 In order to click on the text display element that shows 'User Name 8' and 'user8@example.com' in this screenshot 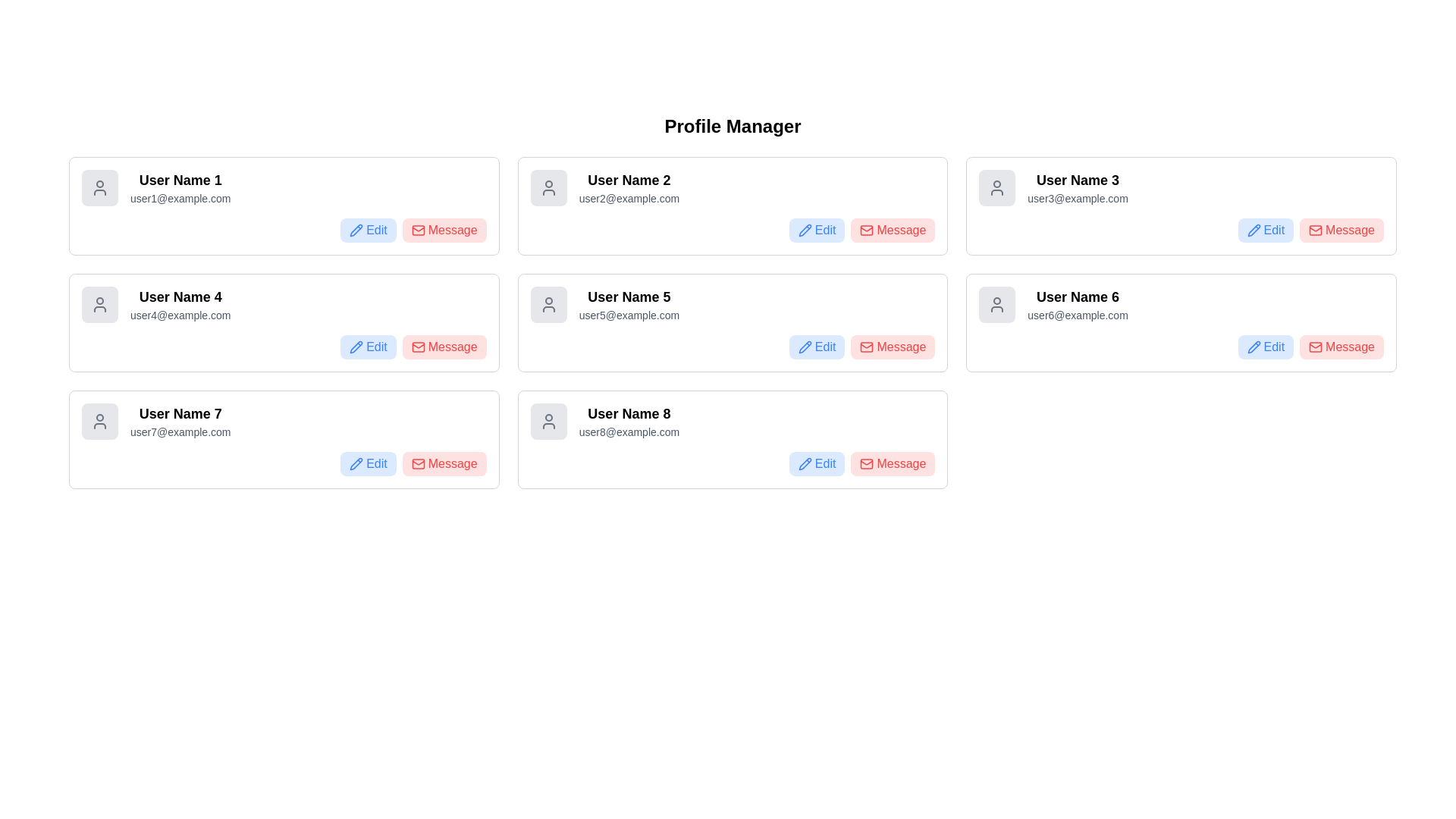, I will do `click(629, 421)`.